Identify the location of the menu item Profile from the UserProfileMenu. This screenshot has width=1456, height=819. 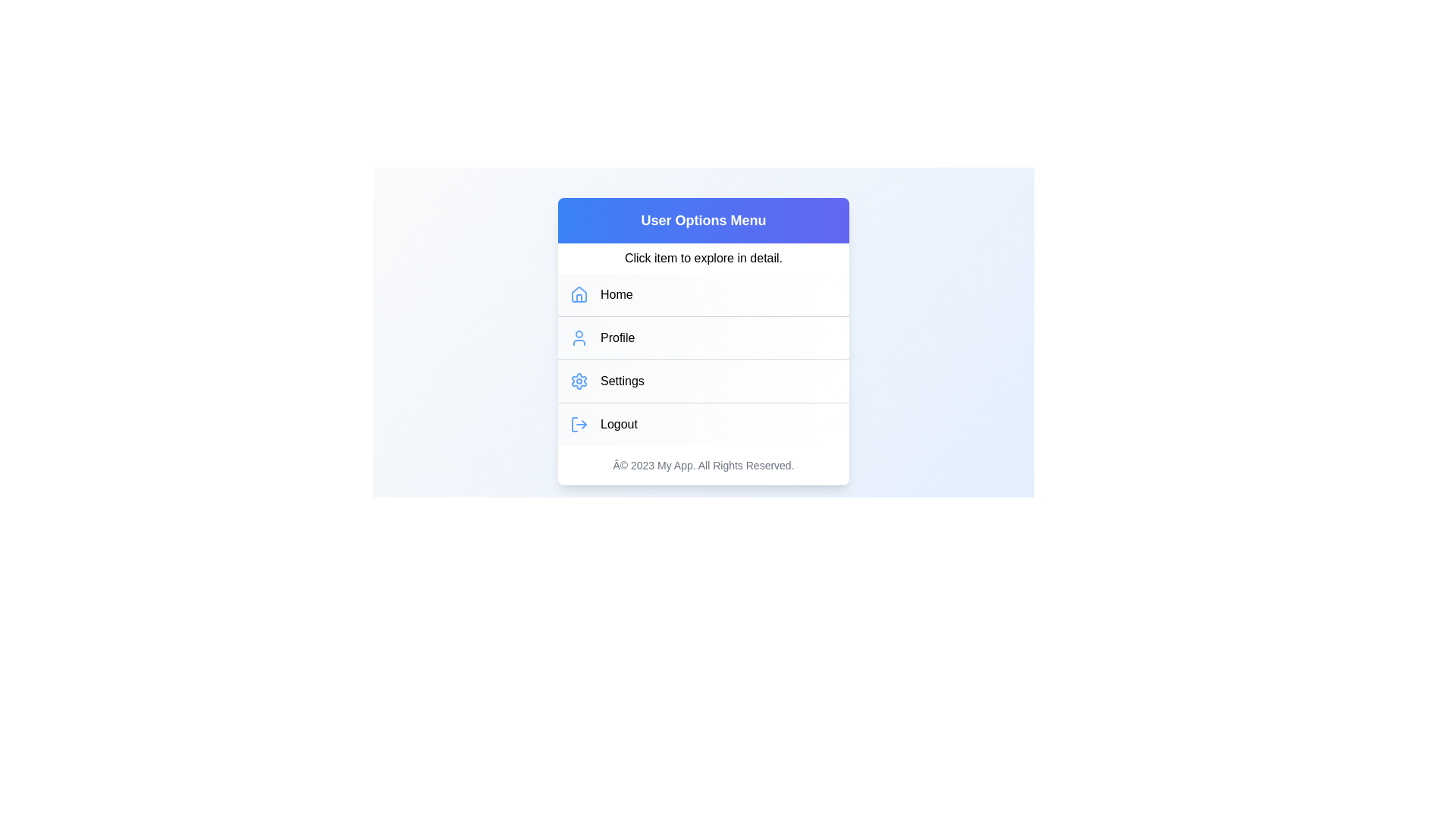
(702, 337).